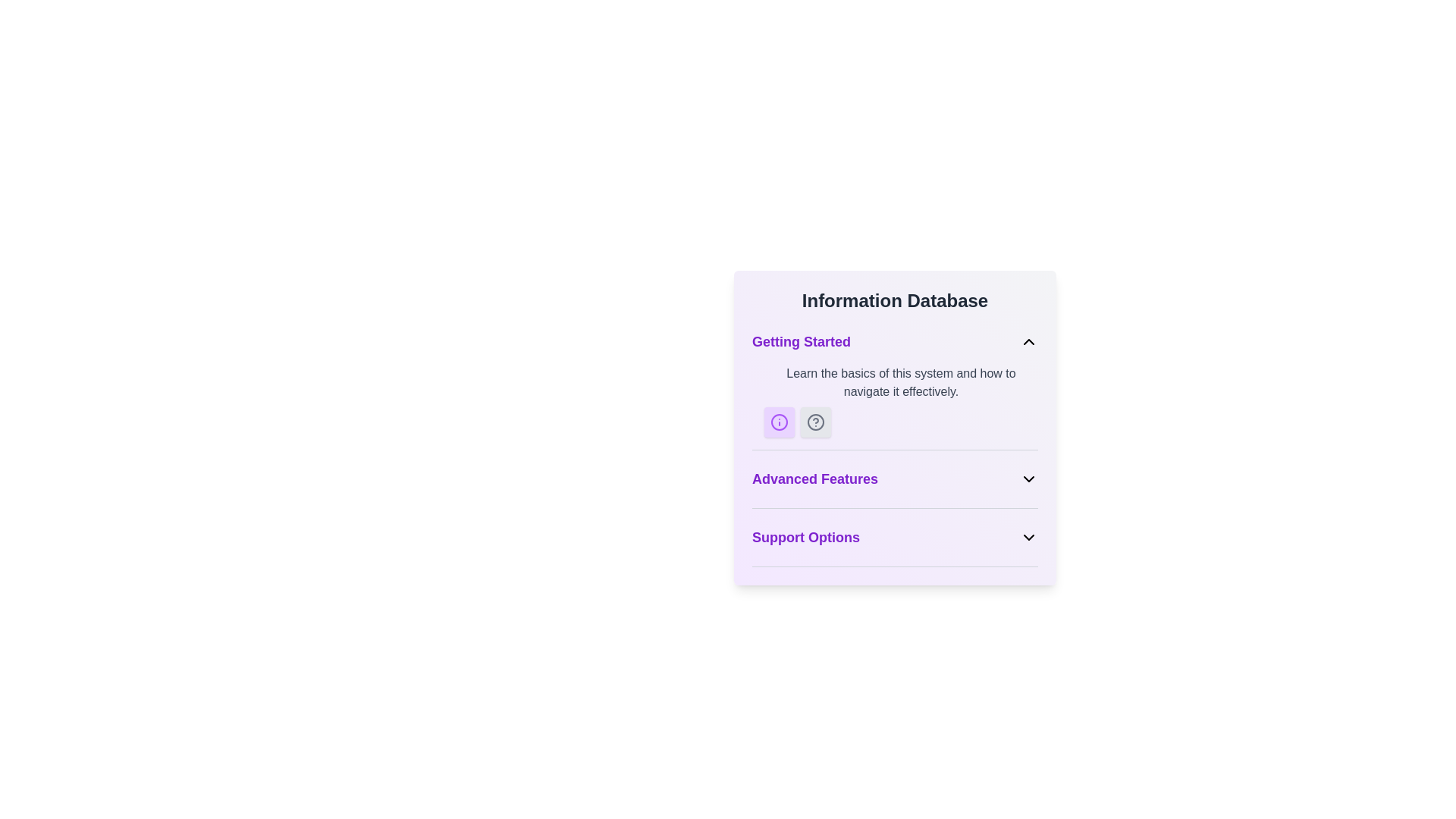  Describe the element at coordinates (814, 422) in the screenshot. I see `the help icon located at the rightmost position in the series of two icons under the 'Getting Started' section` at that location.